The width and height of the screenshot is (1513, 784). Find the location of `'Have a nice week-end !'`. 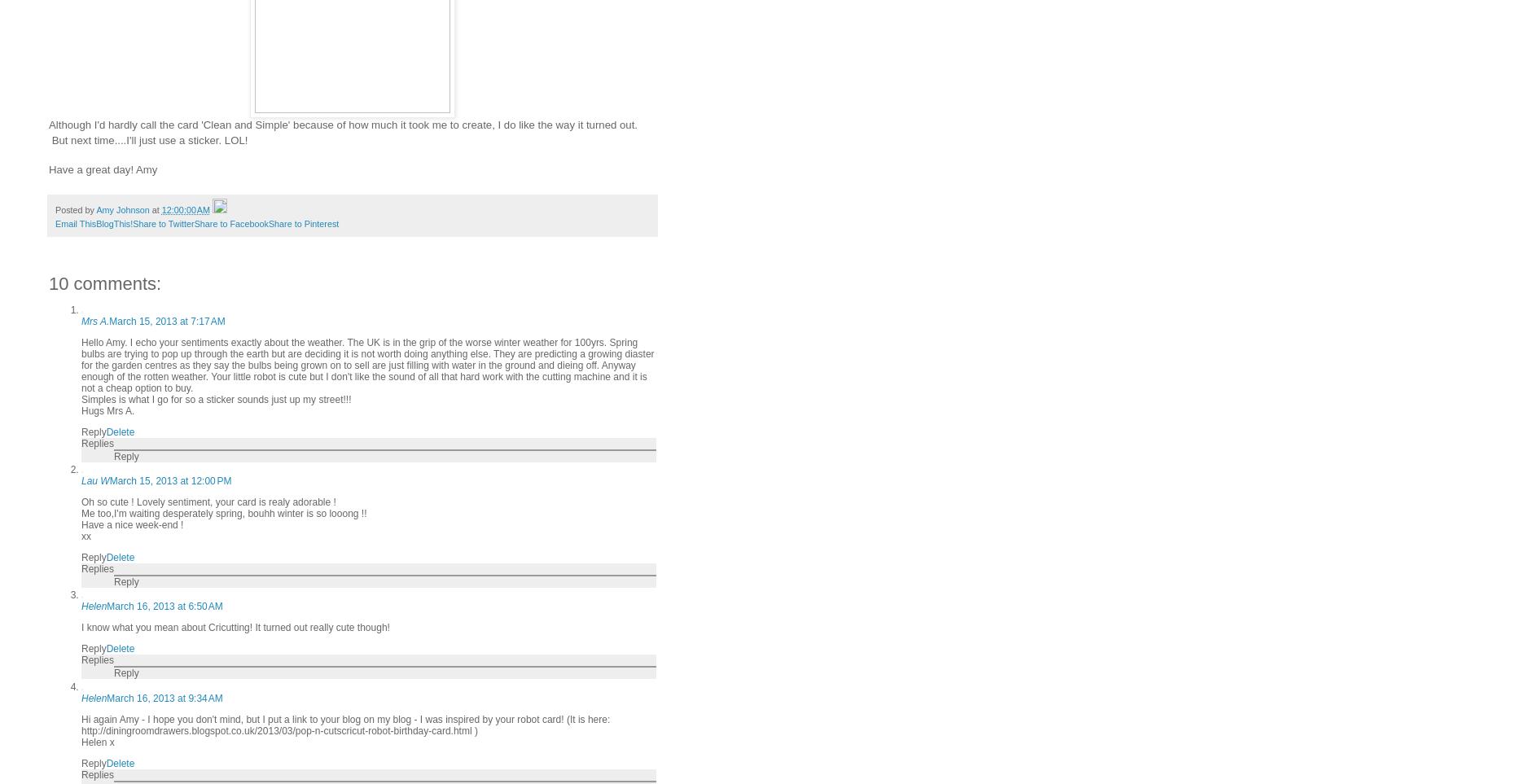

'Have a nice week-end !' is located at coordinates (132, 523).